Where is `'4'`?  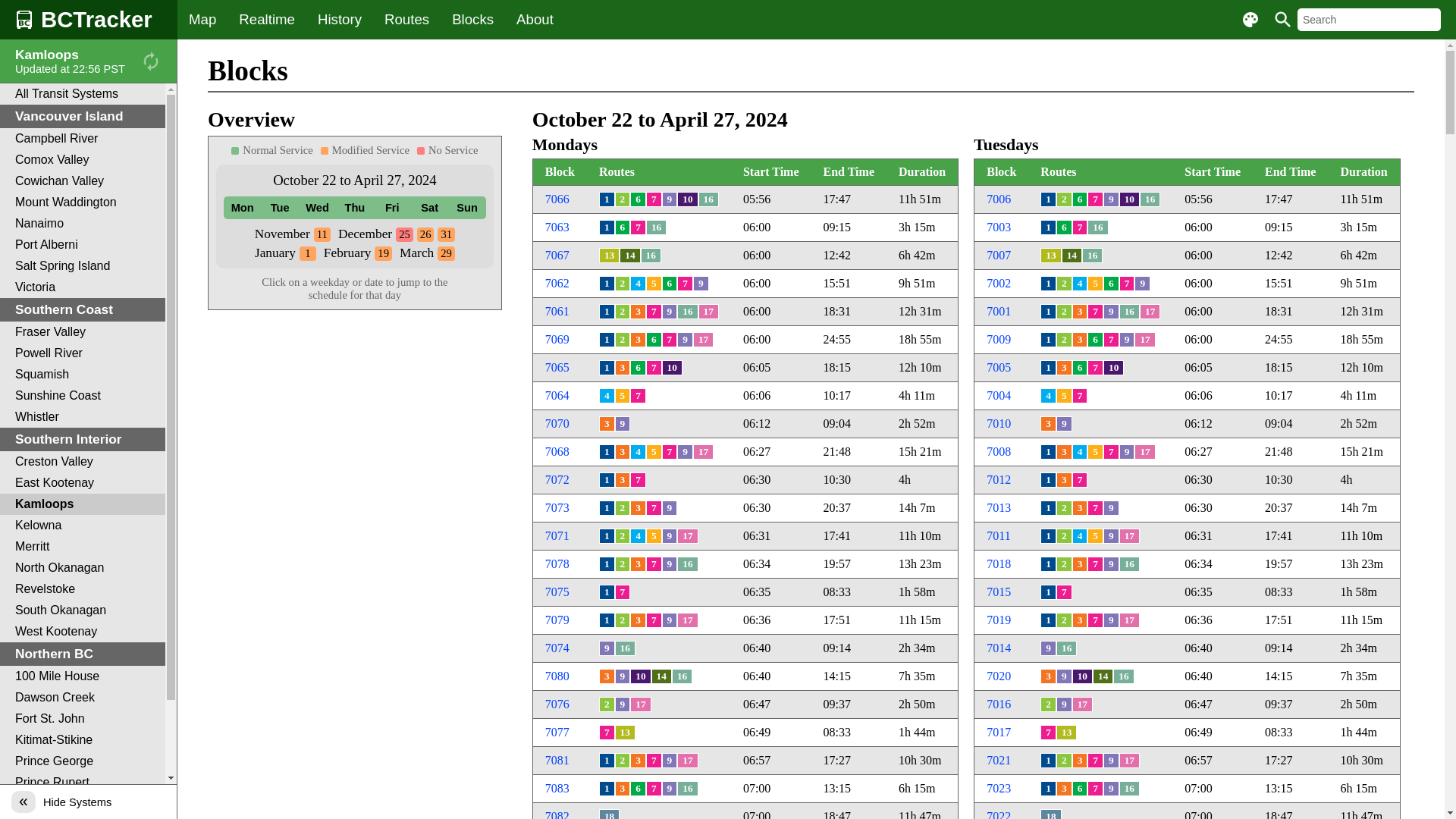 '4' is located at coordinates (1047, 394).